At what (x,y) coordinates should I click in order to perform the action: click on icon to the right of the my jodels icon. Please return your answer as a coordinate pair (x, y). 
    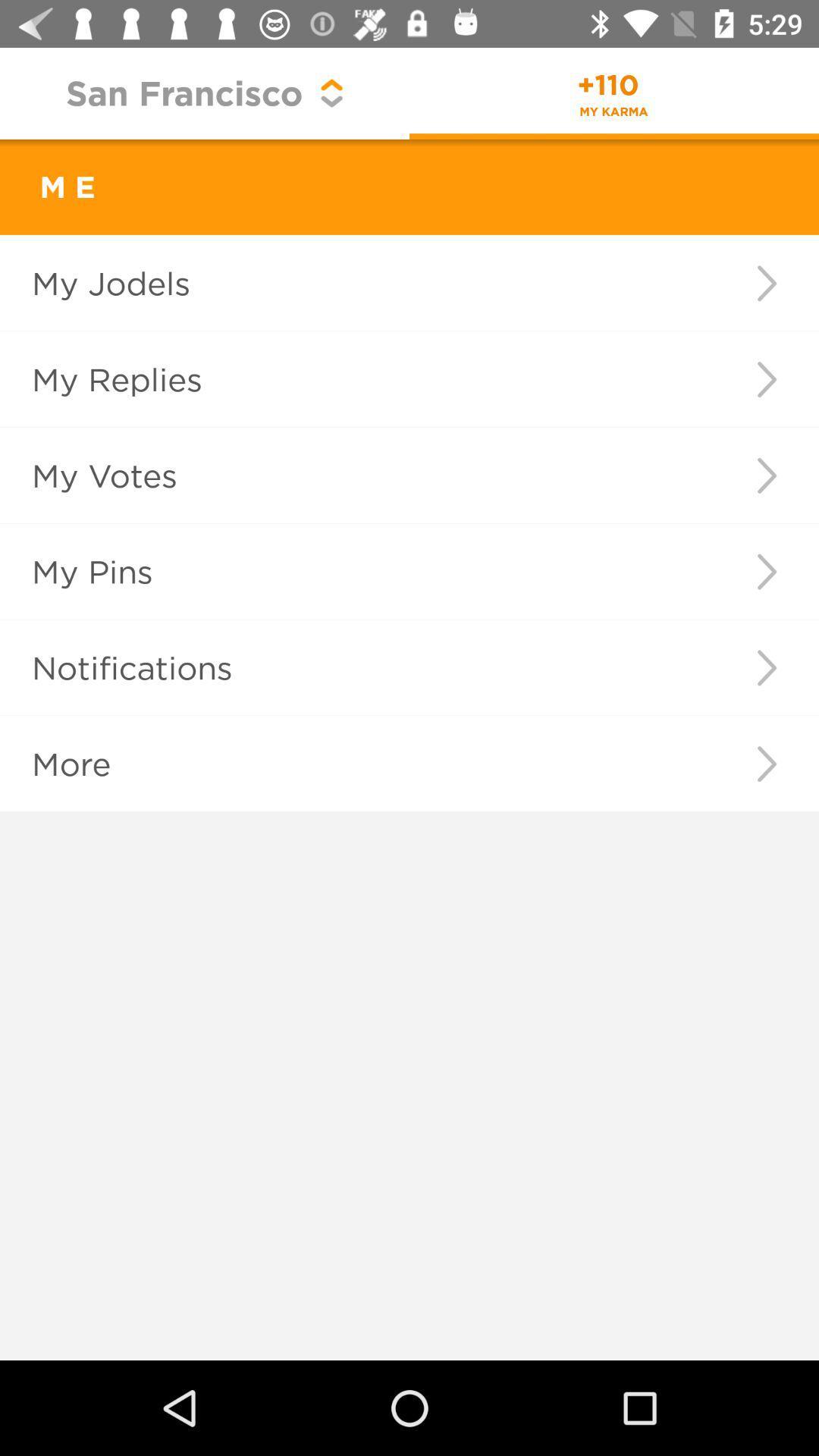
    Looking at the image, I should click on (767, 283).